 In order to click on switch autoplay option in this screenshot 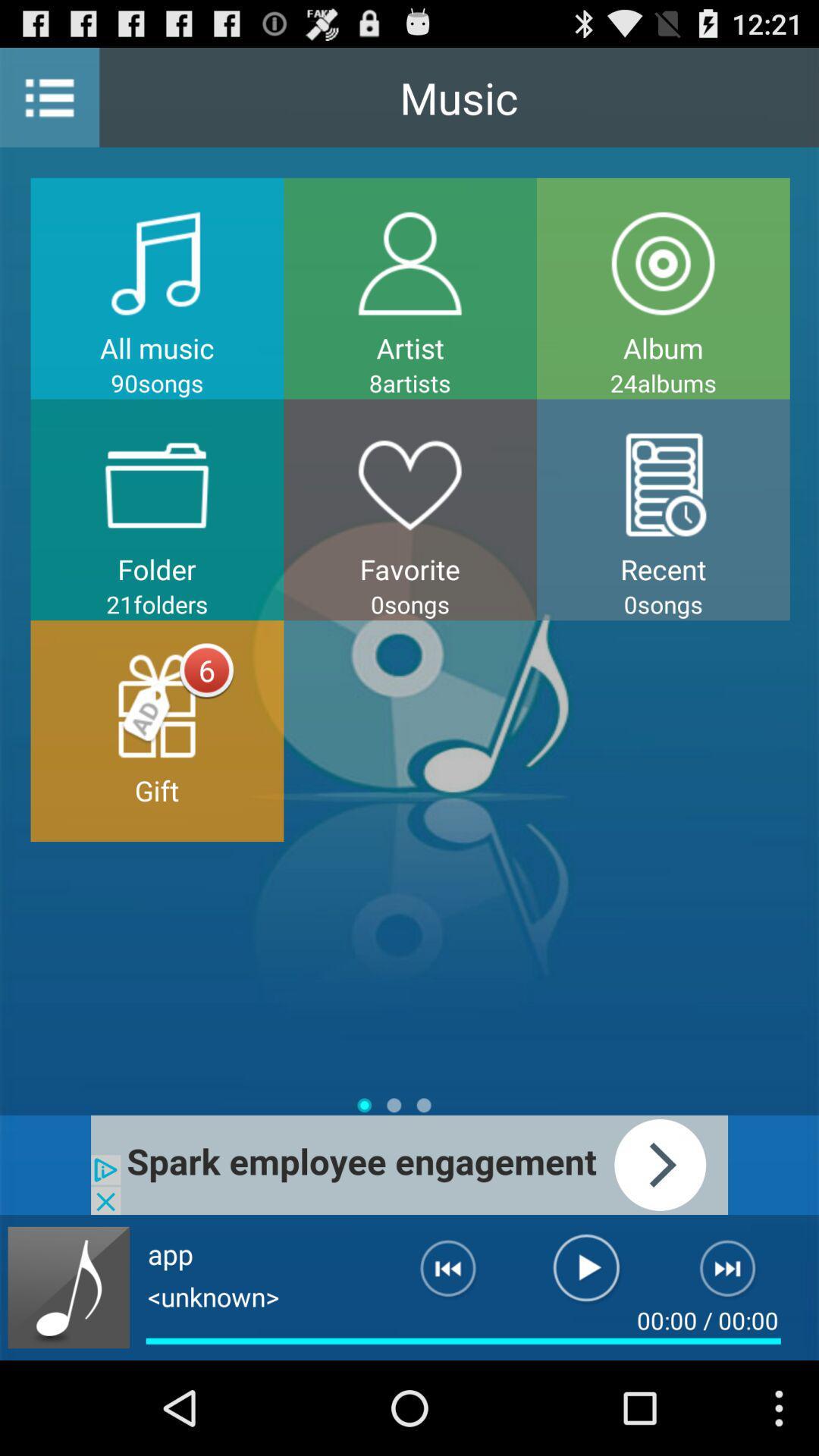, I will do `click(68, 1287)`.